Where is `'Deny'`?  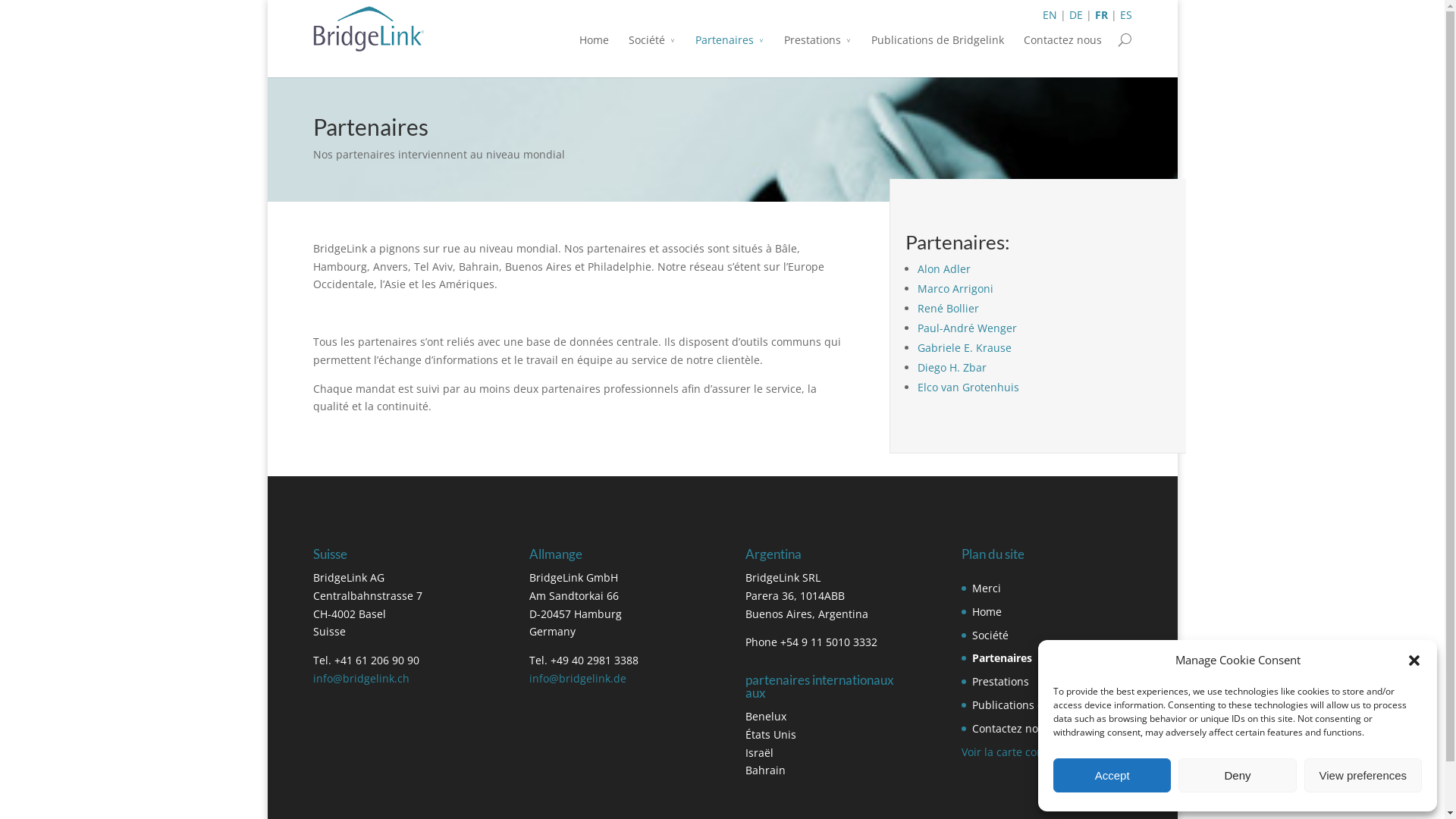
'Deny' is located at coordinates (1237, 775).